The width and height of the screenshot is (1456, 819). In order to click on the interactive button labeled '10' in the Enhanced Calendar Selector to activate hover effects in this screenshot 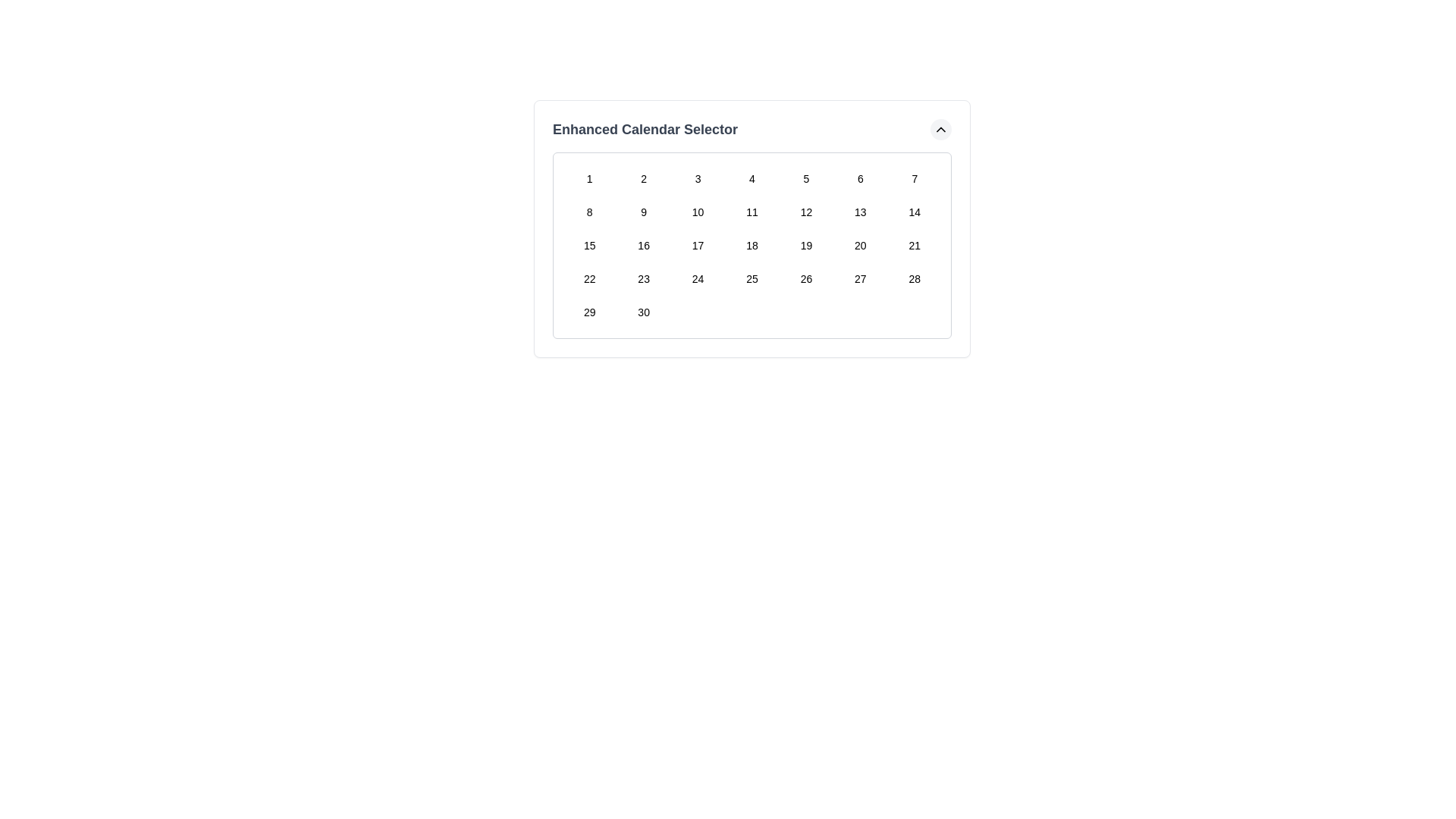, I will do `click(697, 212)`.